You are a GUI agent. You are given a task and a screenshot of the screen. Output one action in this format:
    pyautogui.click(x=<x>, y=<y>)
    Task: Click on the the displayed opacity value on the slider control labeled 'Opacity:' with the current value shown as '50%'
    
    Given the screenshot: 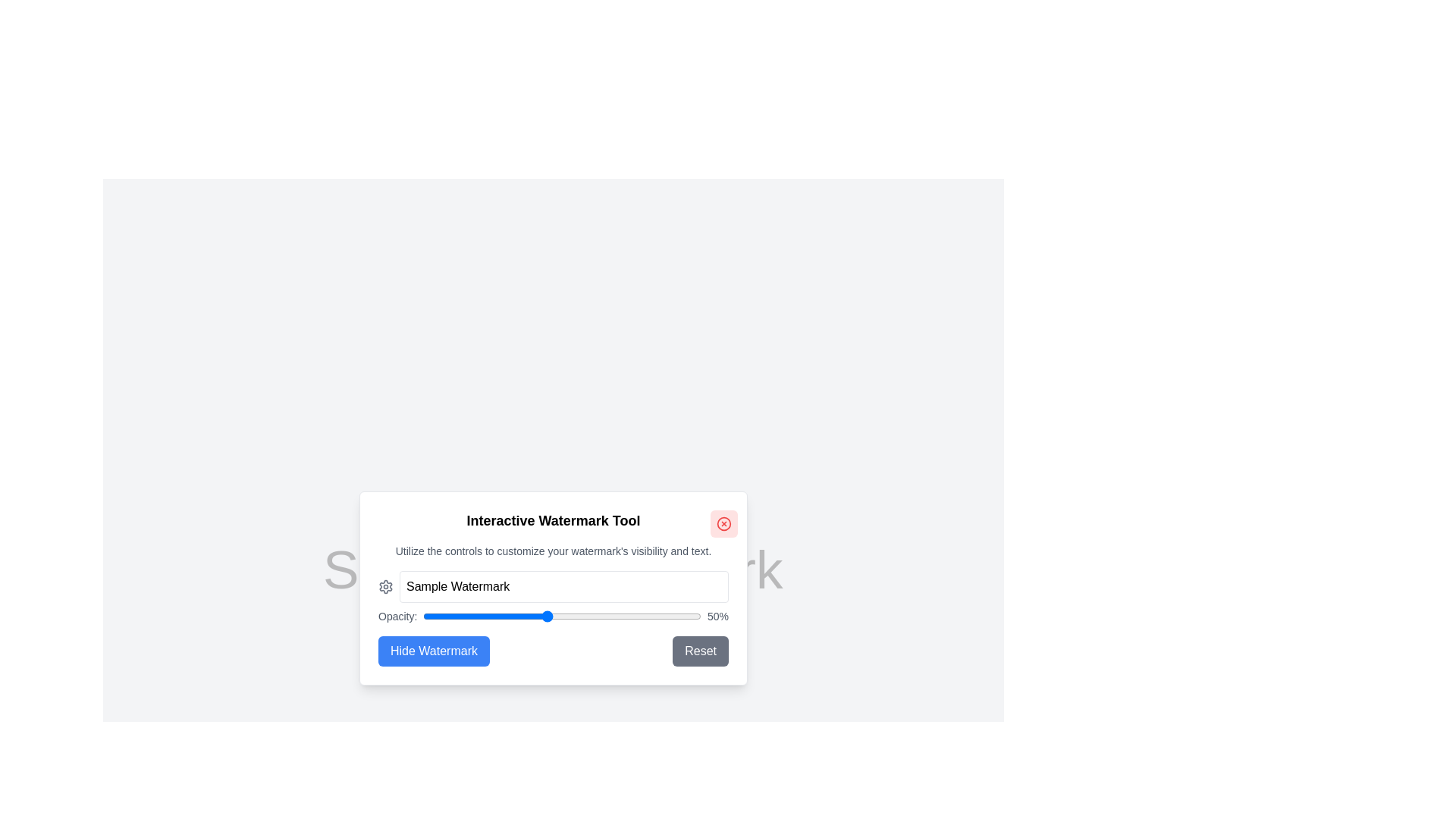 What is the action you would take?
    pyautogui.click(x=552, y=617)
    